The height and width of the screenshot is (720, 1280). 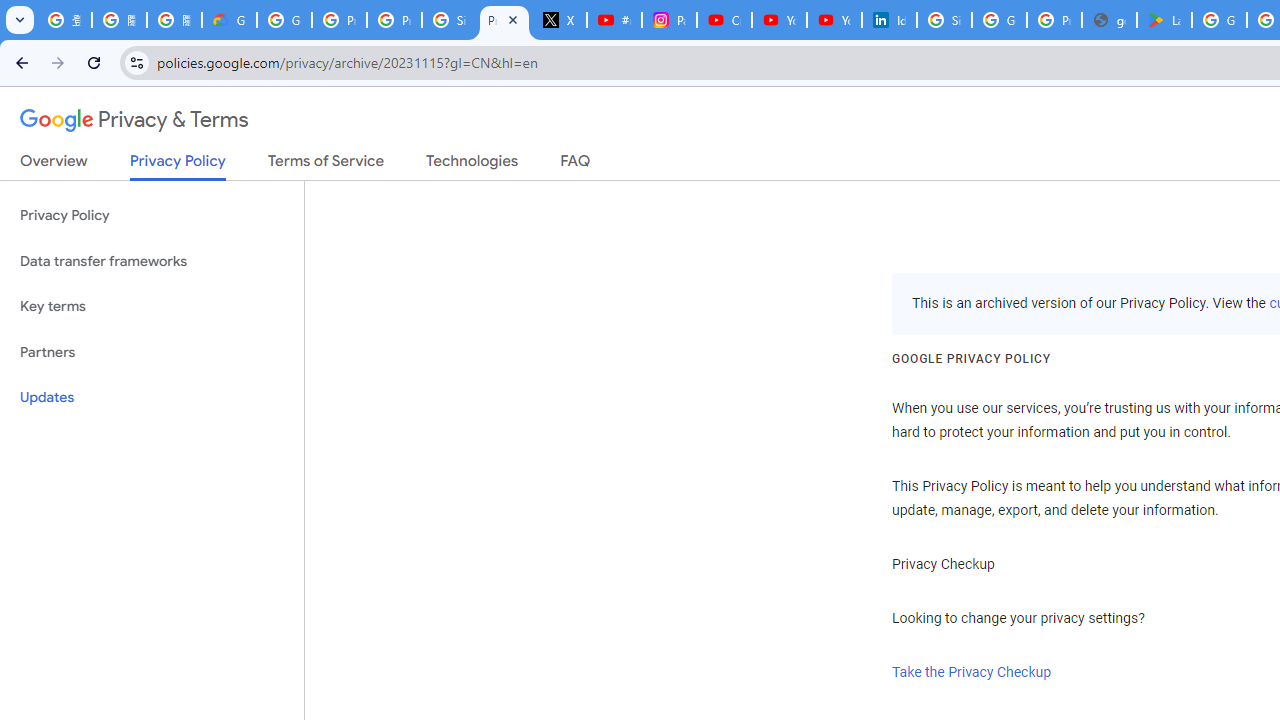 I want to click on 'Key terms', so click(x=151, y=306).